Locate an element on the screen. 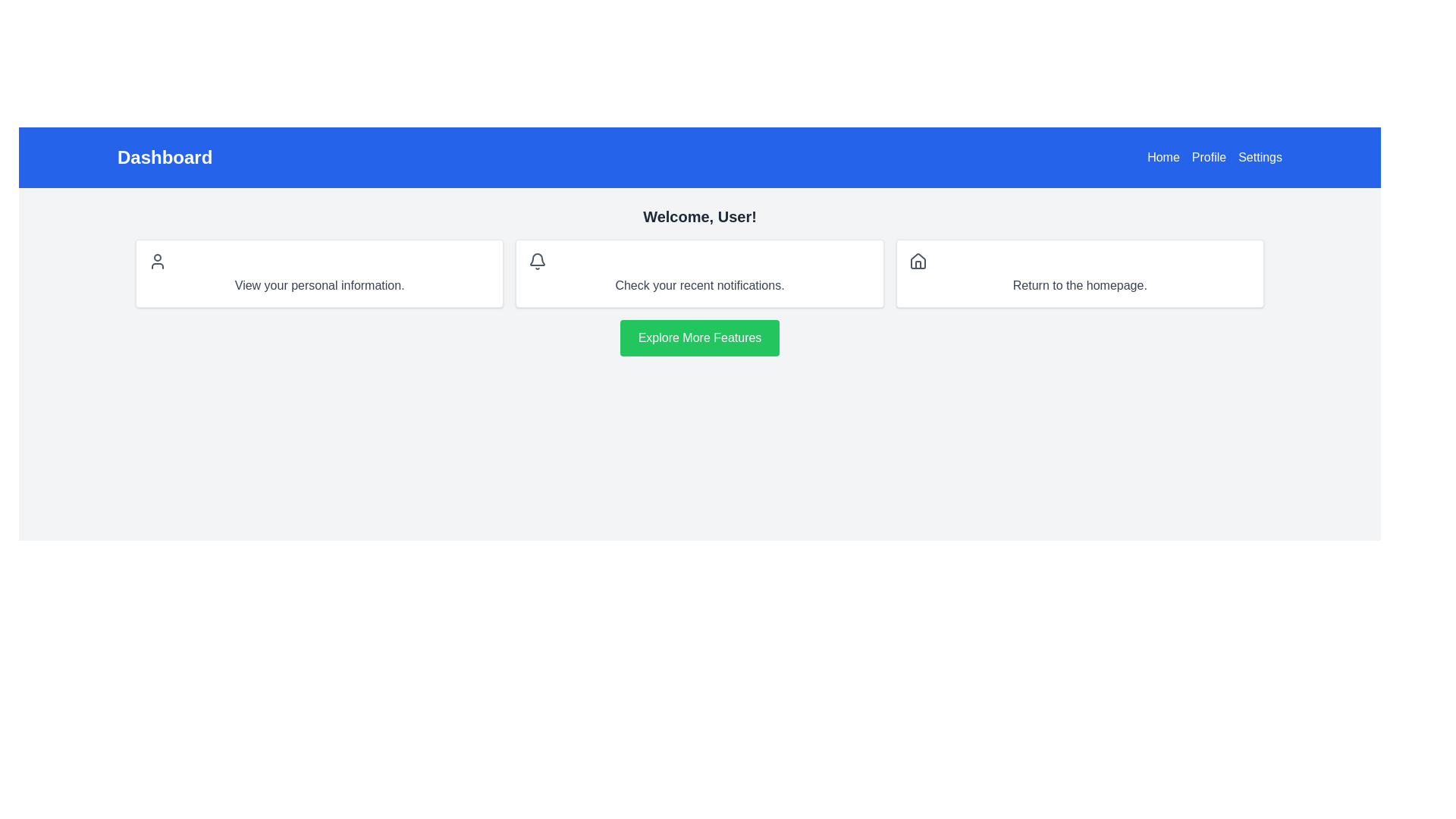  the static text display that shows 'Welcome, User!' located beneath the blue header titled 'Dashboard' at the top-center of the interface is located at coordinates (698, 216).